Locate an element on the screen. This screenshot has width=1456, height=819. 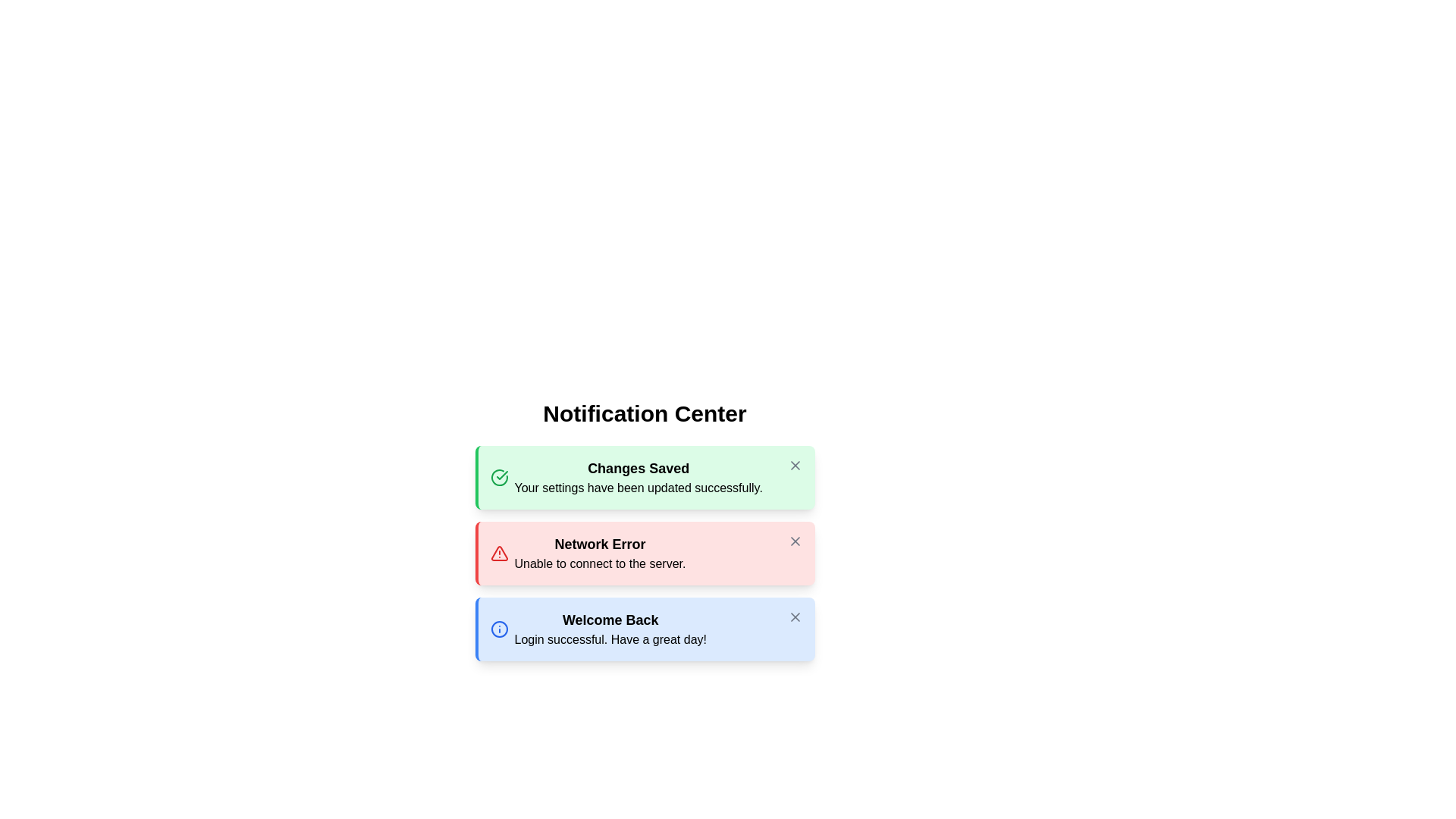
error details from the middle notification alert box with a light red background and bold black text saying 'Network Error' is located at coordinates (645, 553).